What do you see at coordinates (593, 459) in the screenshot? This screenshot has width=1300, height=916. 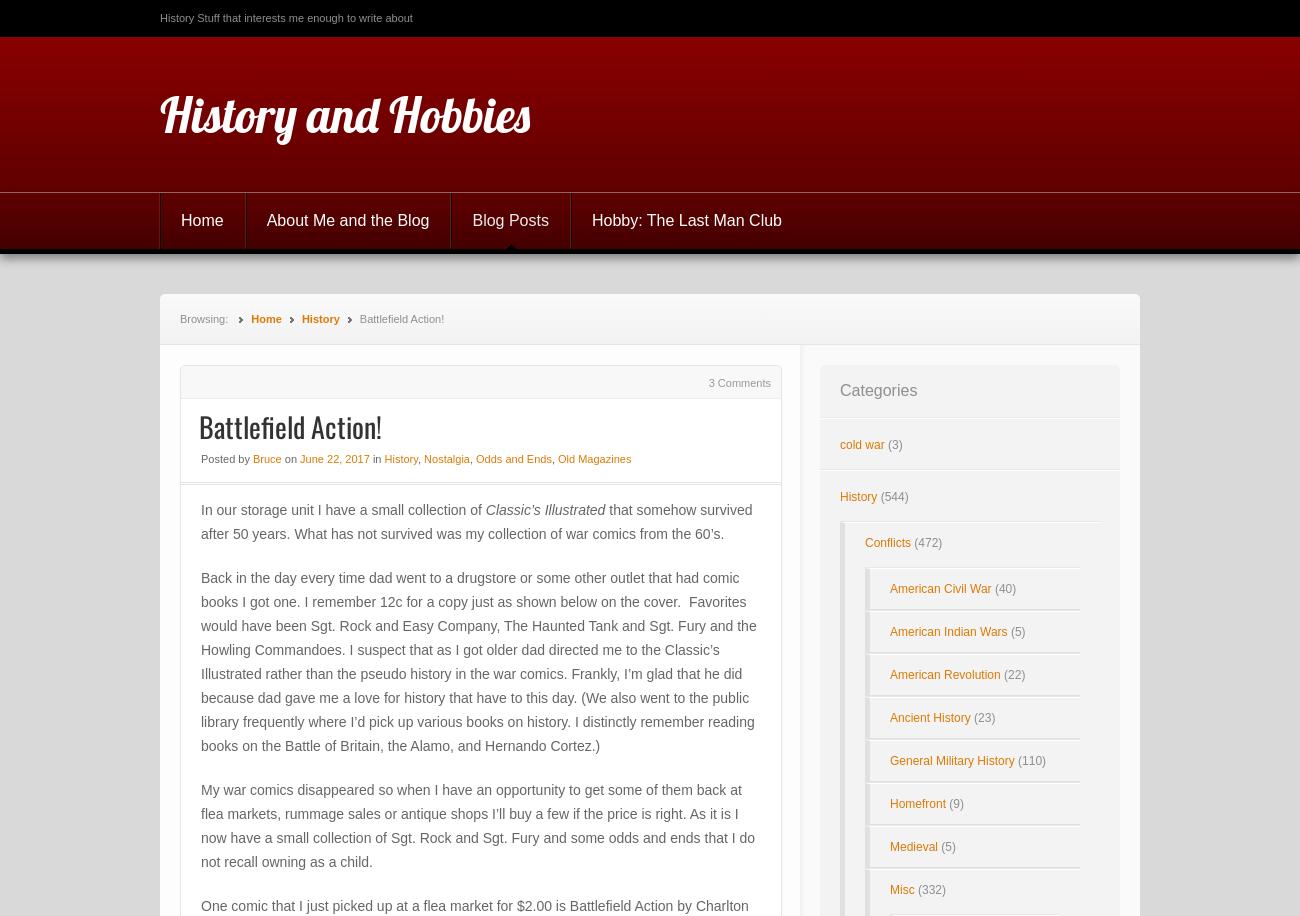 I see `'Old Magazines'` at bounding box center [593, 459].